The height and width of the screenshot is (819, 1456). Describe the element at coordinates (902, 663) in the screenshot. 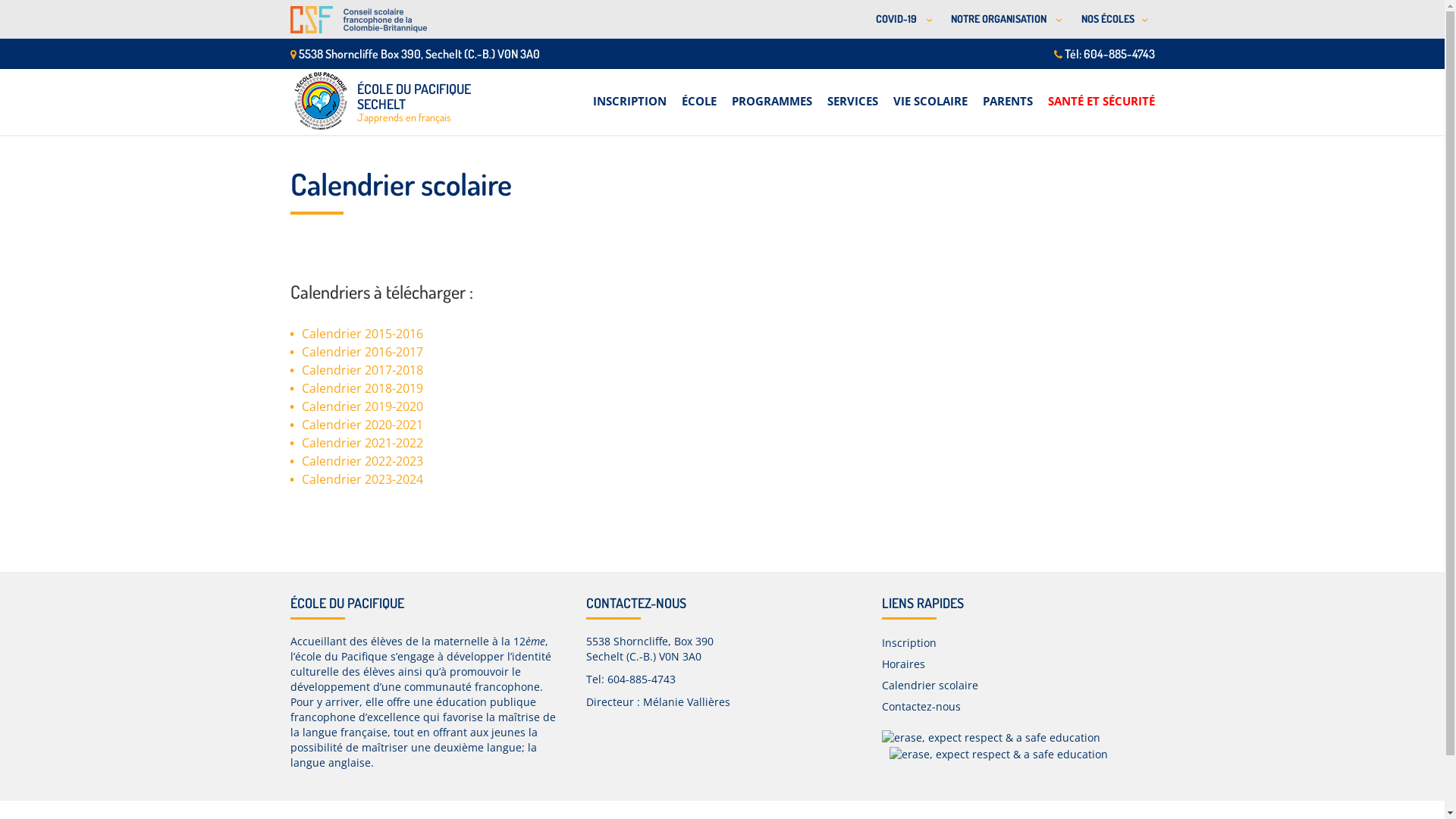

I see `'Horaires'` at that location.